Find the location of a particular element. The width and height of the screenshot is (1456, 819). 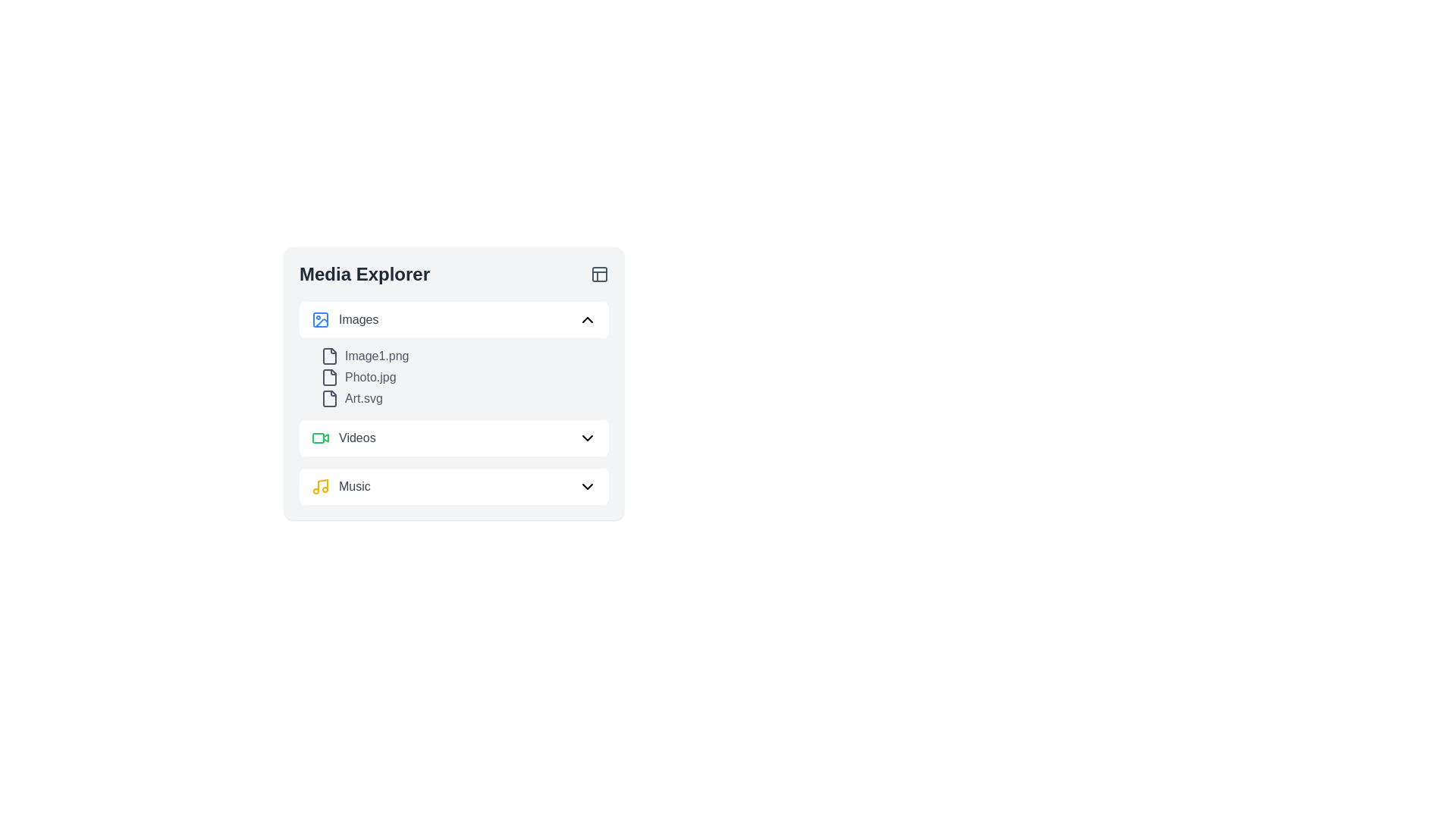

text label 'Images' which is styled with a medium-weight font and gray color, located adjacent to an image icon in the media explorer interface is located at coordinates (358, 318).